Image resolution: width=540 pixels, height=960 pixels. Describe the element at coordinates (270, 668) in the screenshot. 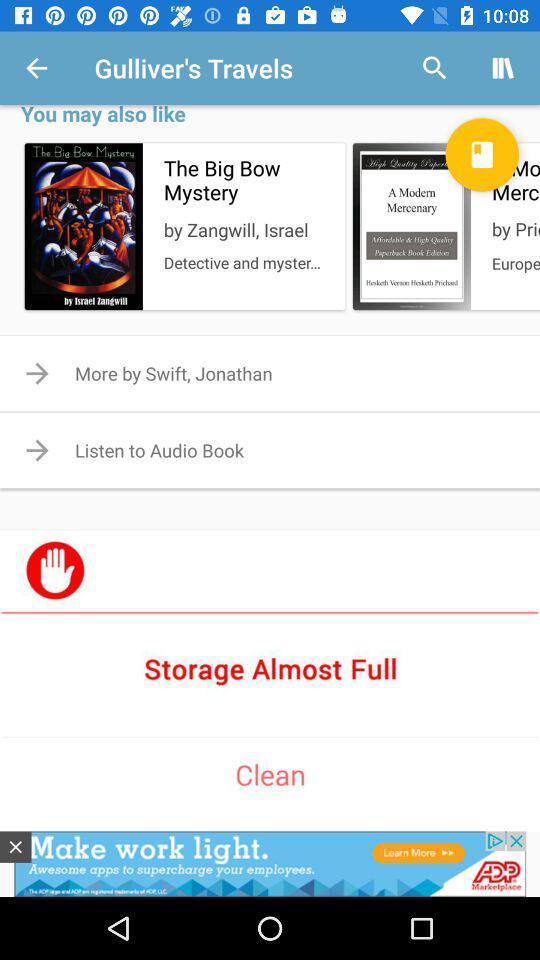

I see `visit sponsor advertisement` at that location.